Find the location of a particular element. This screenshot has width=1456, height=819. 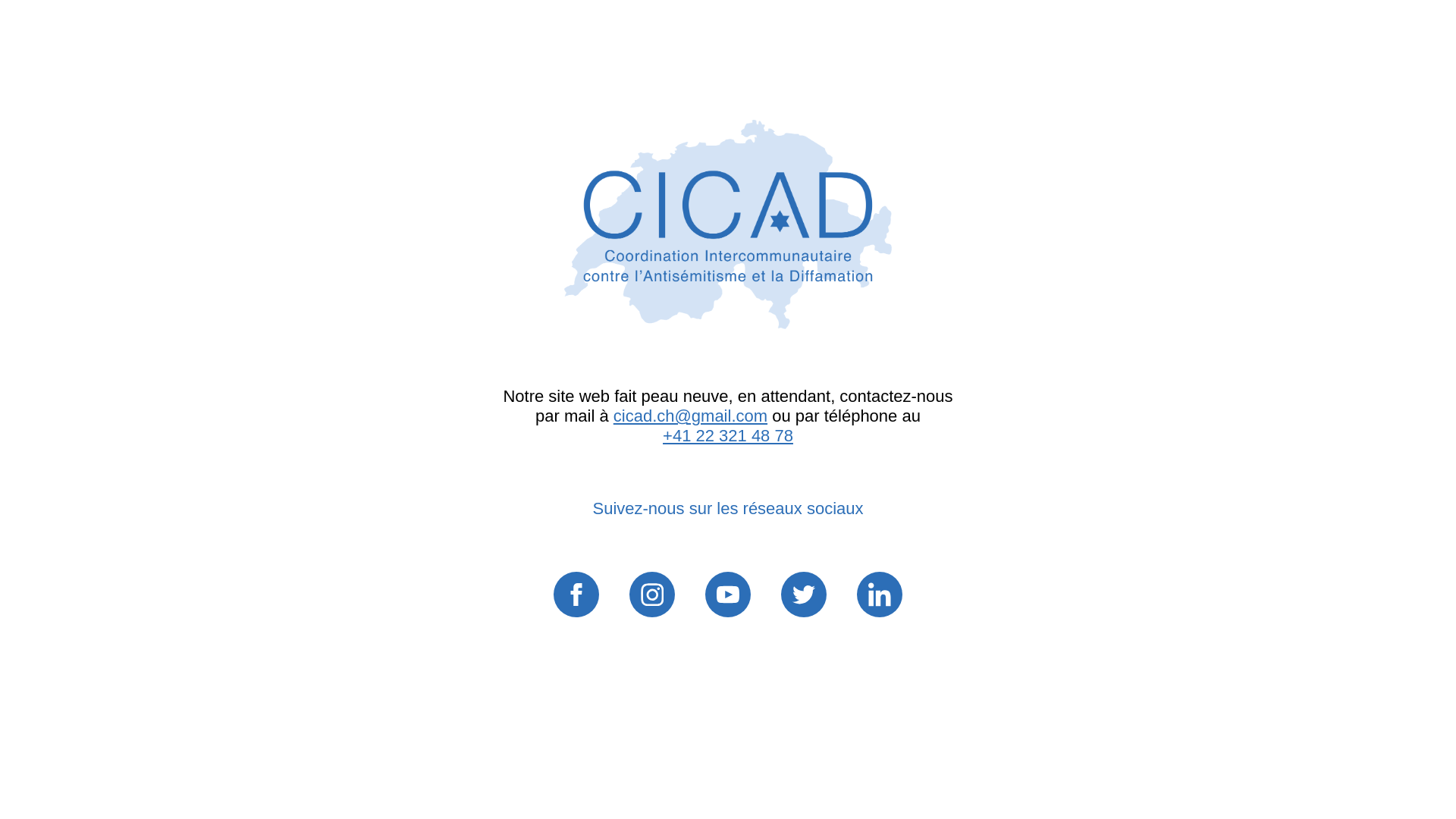

'cicad.ch@gmail.com' is located at coordinates (689, 416).